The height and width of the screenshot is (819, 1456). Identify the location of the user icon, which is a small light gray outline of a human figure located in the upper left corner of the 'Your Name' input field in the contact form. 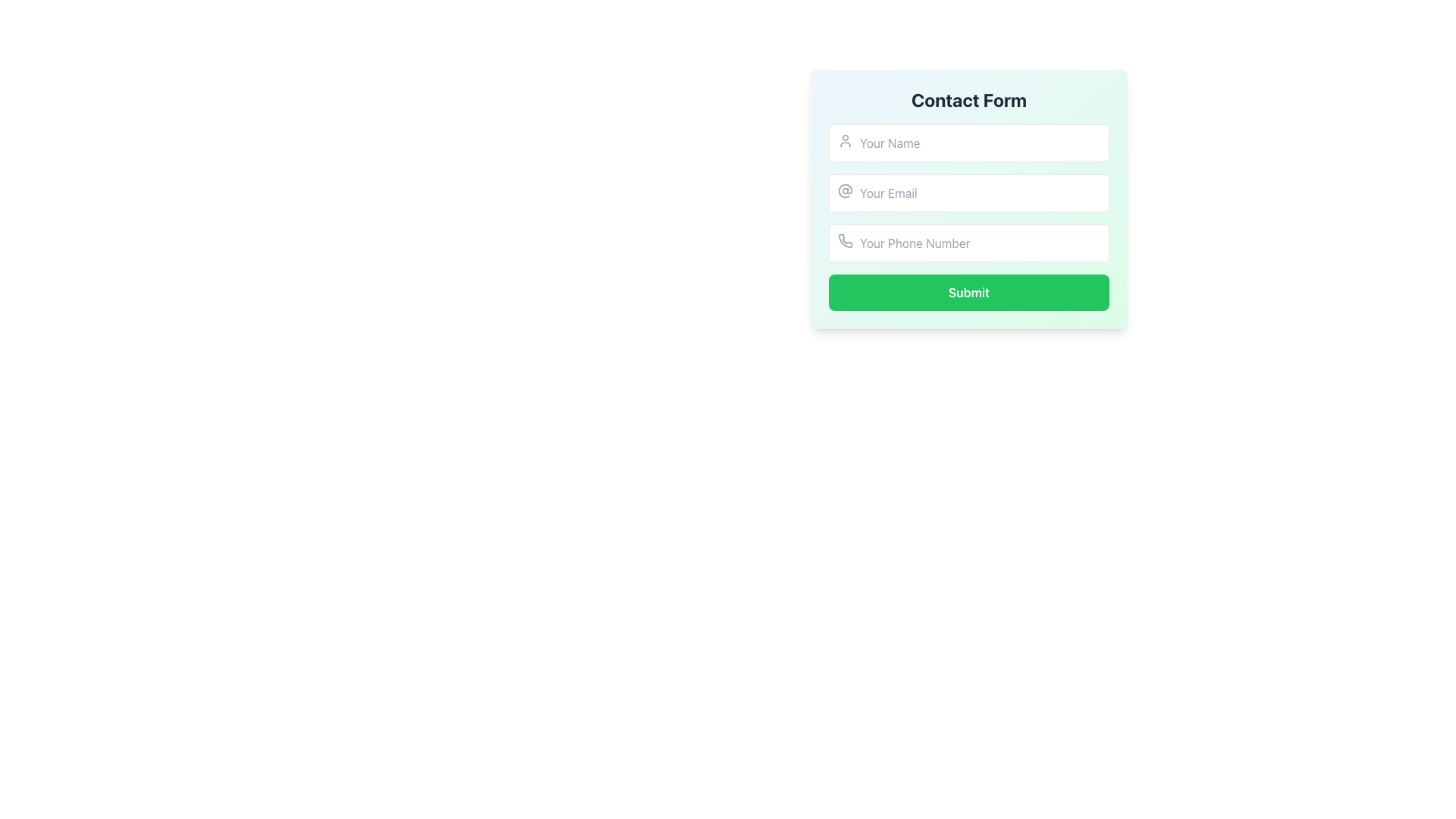
(844, 140).